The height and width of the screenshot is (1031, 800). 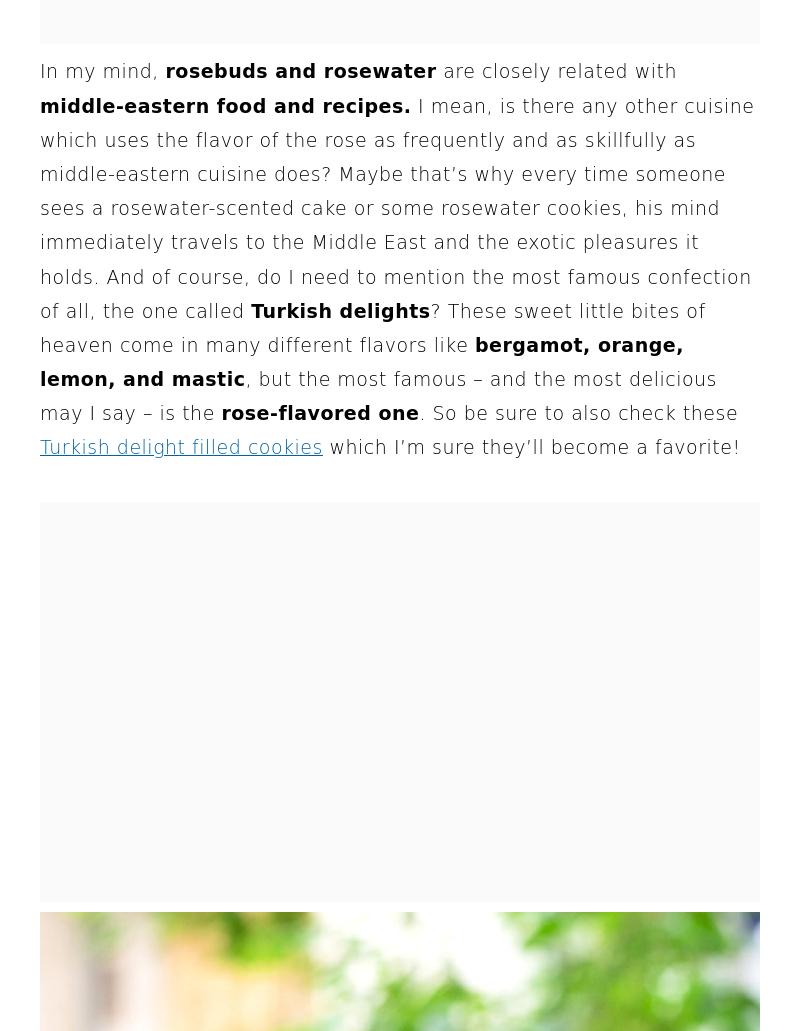 I want to click on 'which I’m sure they’ll become a favorite!', so click(x=530, y=447).